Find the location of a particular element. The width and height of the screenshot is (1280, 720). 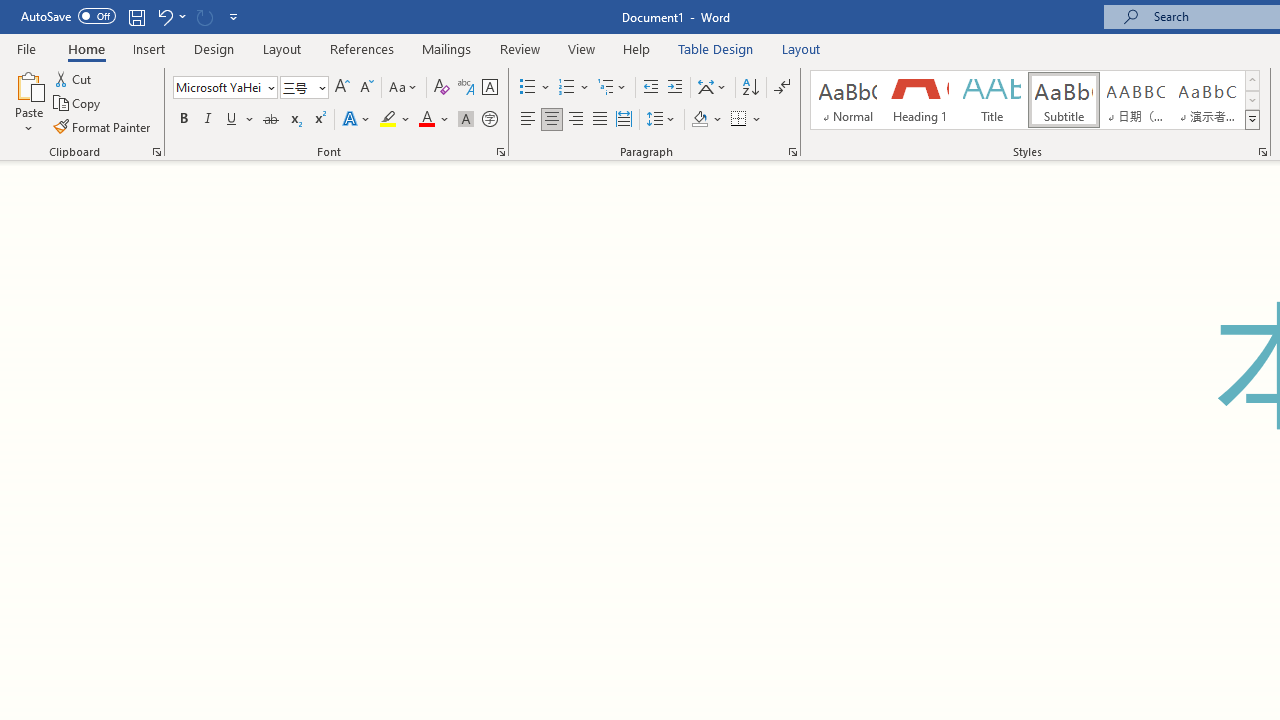

'Shading RGB(0, 0, 0)' is located at coordinates (699, 119).